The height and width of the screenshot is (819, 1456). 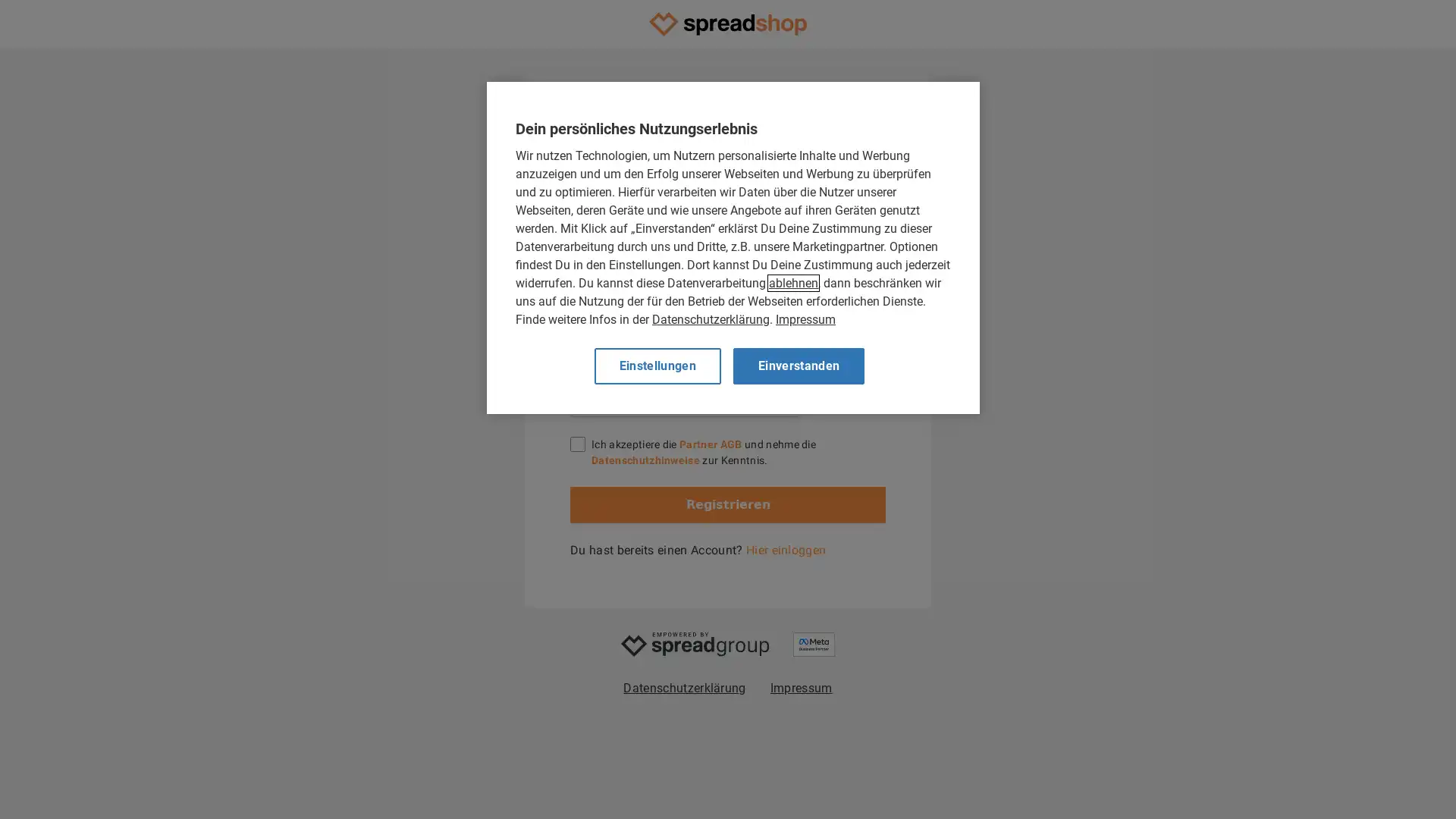 What do you see at coordinates (798, 366) in the screenshot?
I see `Einverstanden` at bounding box center [798, 366].